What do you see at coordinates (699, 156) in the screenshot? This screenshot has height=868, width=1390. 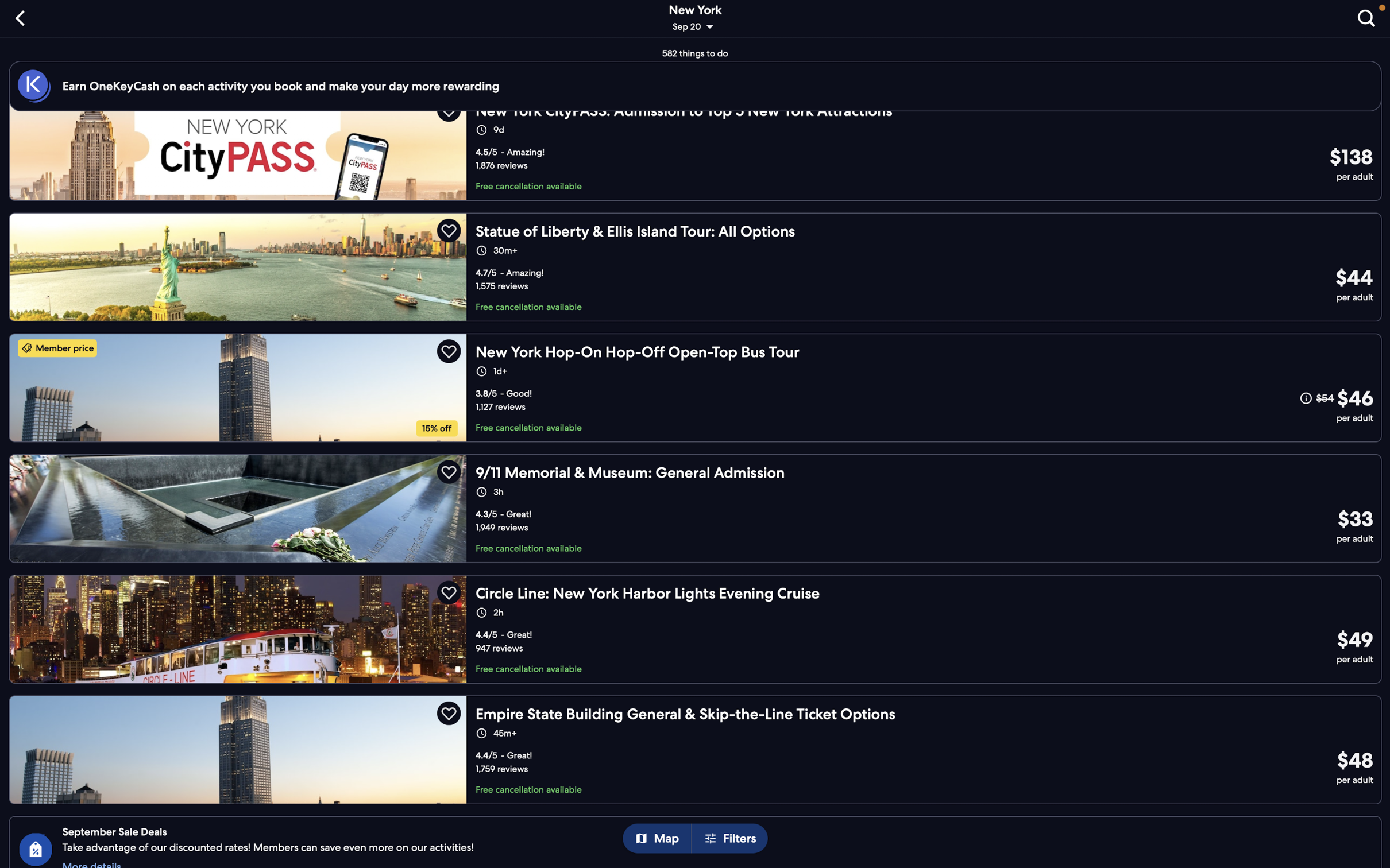 I see `Navigate and opt for "citypass newyork" to view the package options` at bounding box center [699, 156].